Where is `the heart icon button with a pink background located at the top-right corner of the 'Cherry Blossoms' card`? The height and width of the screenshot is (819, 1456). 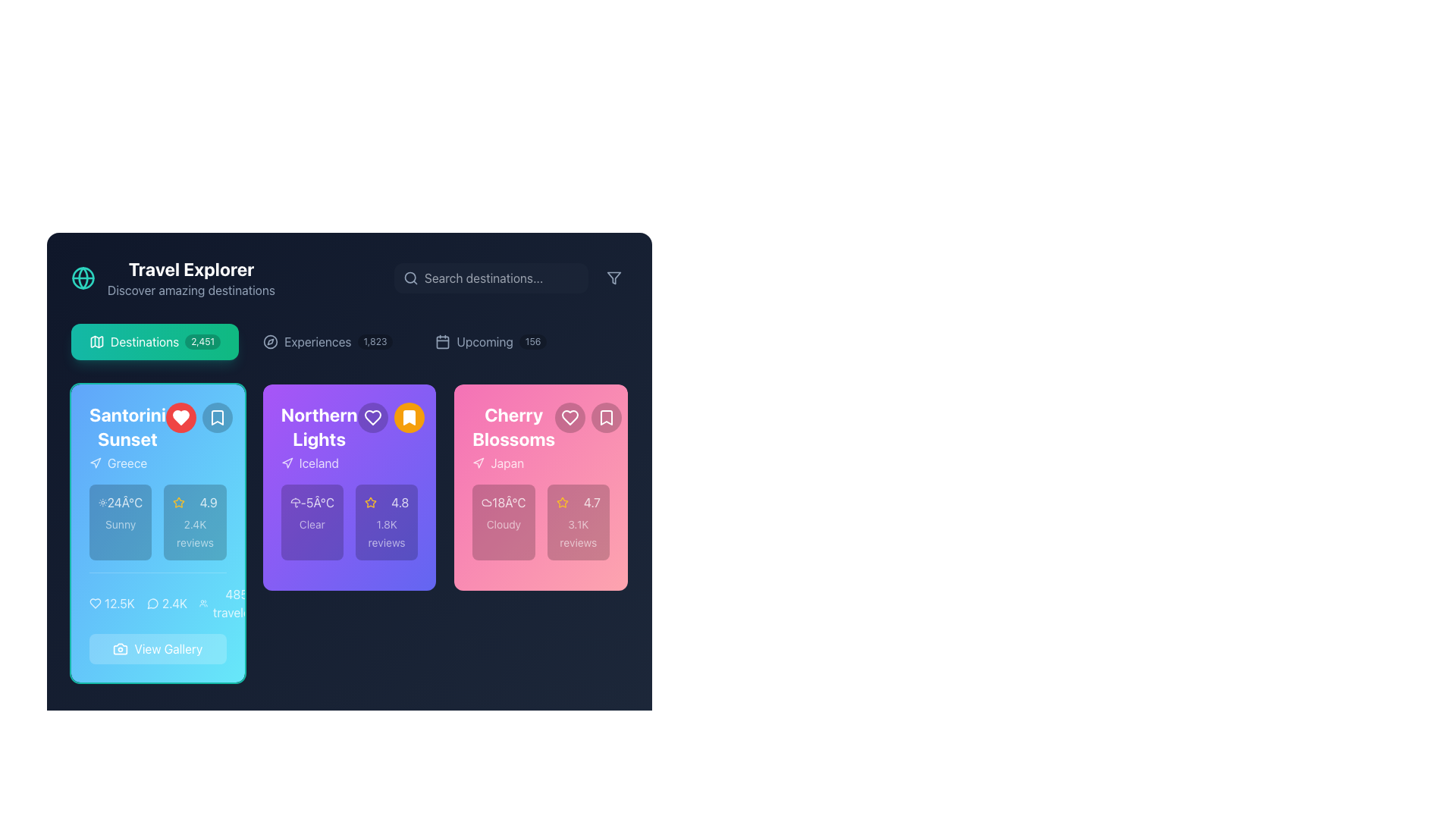
the heart icon button with a pink background located at the top-right corner of the 'Cherry Blossoms' card is located at coordinates (570, 418).